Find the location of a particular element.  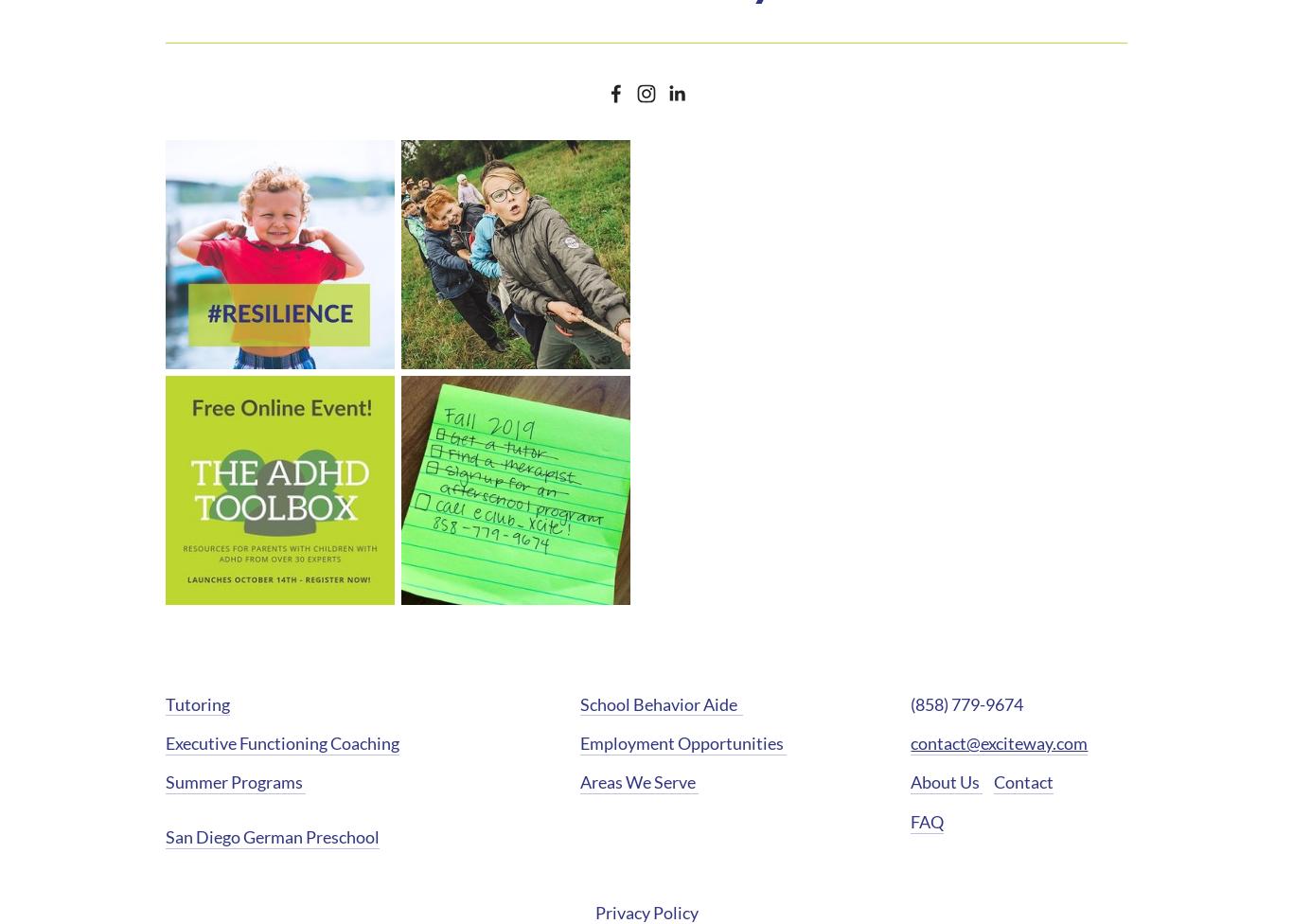

'(858) 779-9674' is located at coordinates (967, 703).